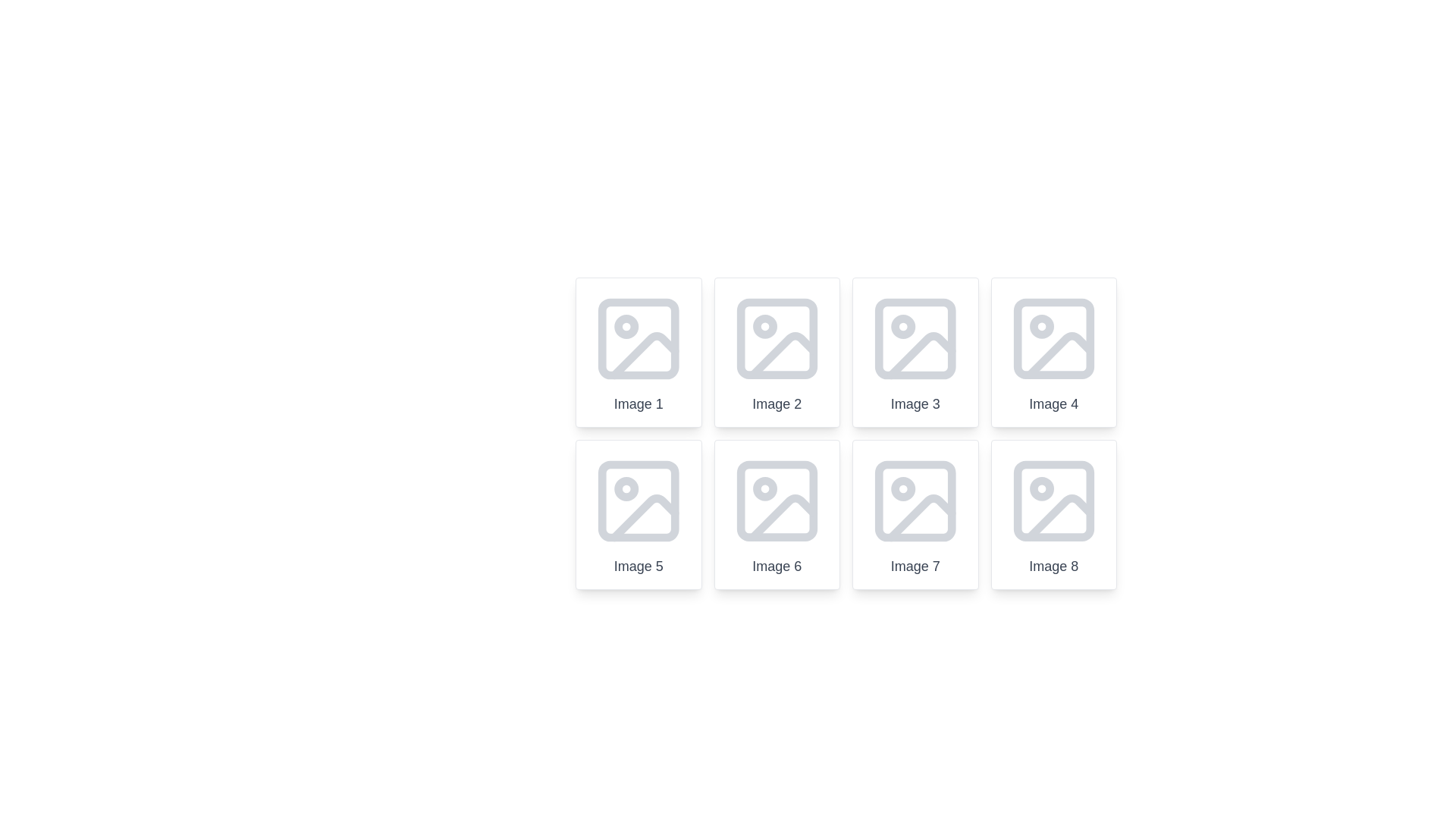 The width and height of the screenshot is (1456, 819). What do you see at coordinates (915, 500) in the screenshot?
I see `the primary image icon associated with 'Image 7' to interact with it` at bounding box center [915, 500].